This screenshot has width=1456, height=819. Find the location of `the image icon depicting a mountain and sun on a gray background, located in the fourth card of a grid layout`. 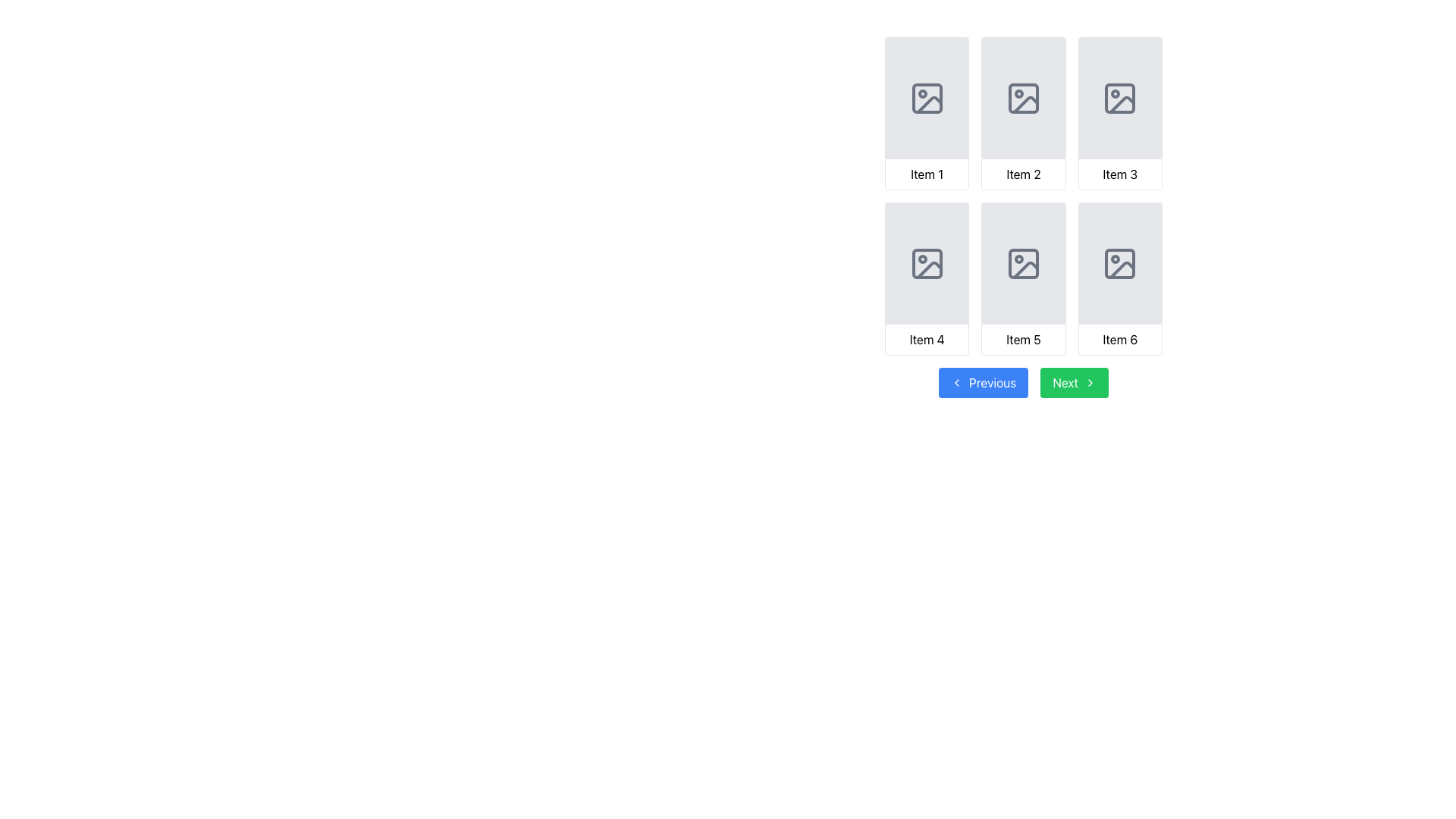

the image icon depicting a mountain and sun on a gray background, located in the fourth card of a grid layout is located at coordinates (926, 262).